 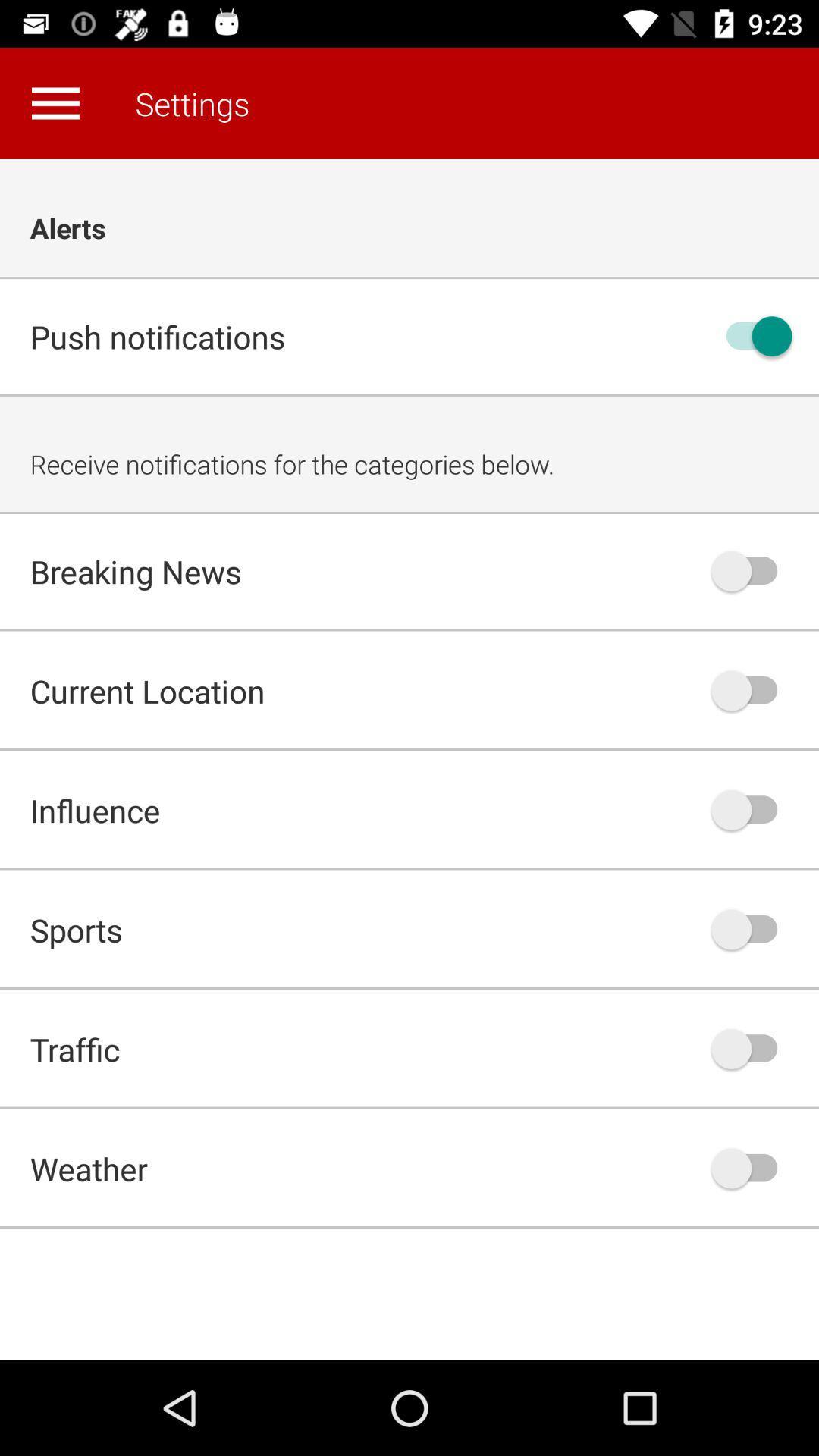 What do you see at coordinates (752, 1167) in the screenshot?
I see `notifications on or off for category` at bounding box center [752, 1167].